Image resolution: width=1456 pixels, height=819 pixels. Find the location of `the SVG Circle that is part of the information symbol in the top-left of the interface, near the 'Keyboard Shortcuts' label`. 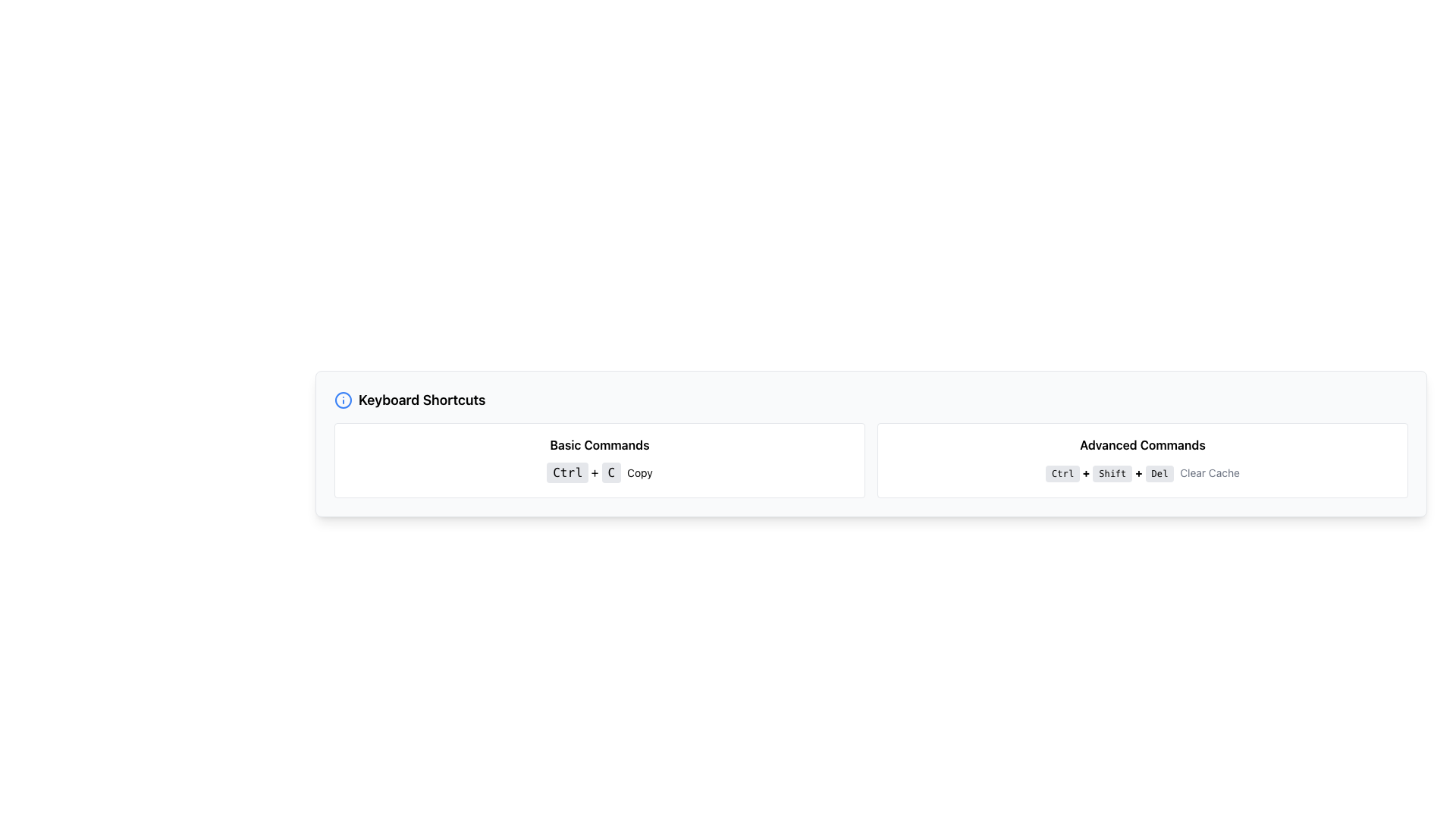

the SVG Circle that is part of the information symbol in the top-left of the interface, near the 'Keyboard Shortcuts' label is located at coordinates (342, 400).